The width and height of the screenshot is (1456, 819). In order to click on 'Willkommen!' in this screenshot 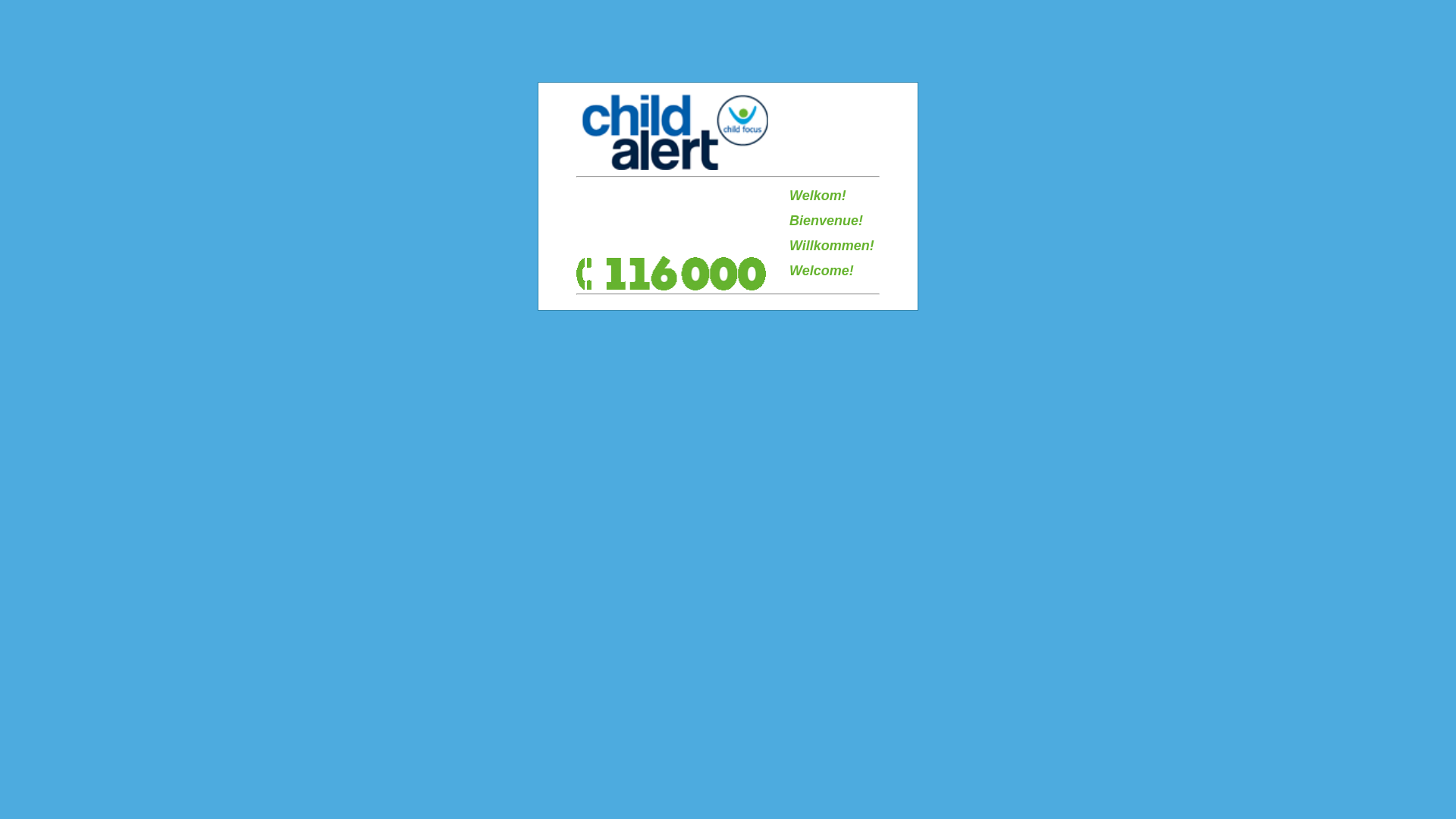, I will do `click(831, 245)`.